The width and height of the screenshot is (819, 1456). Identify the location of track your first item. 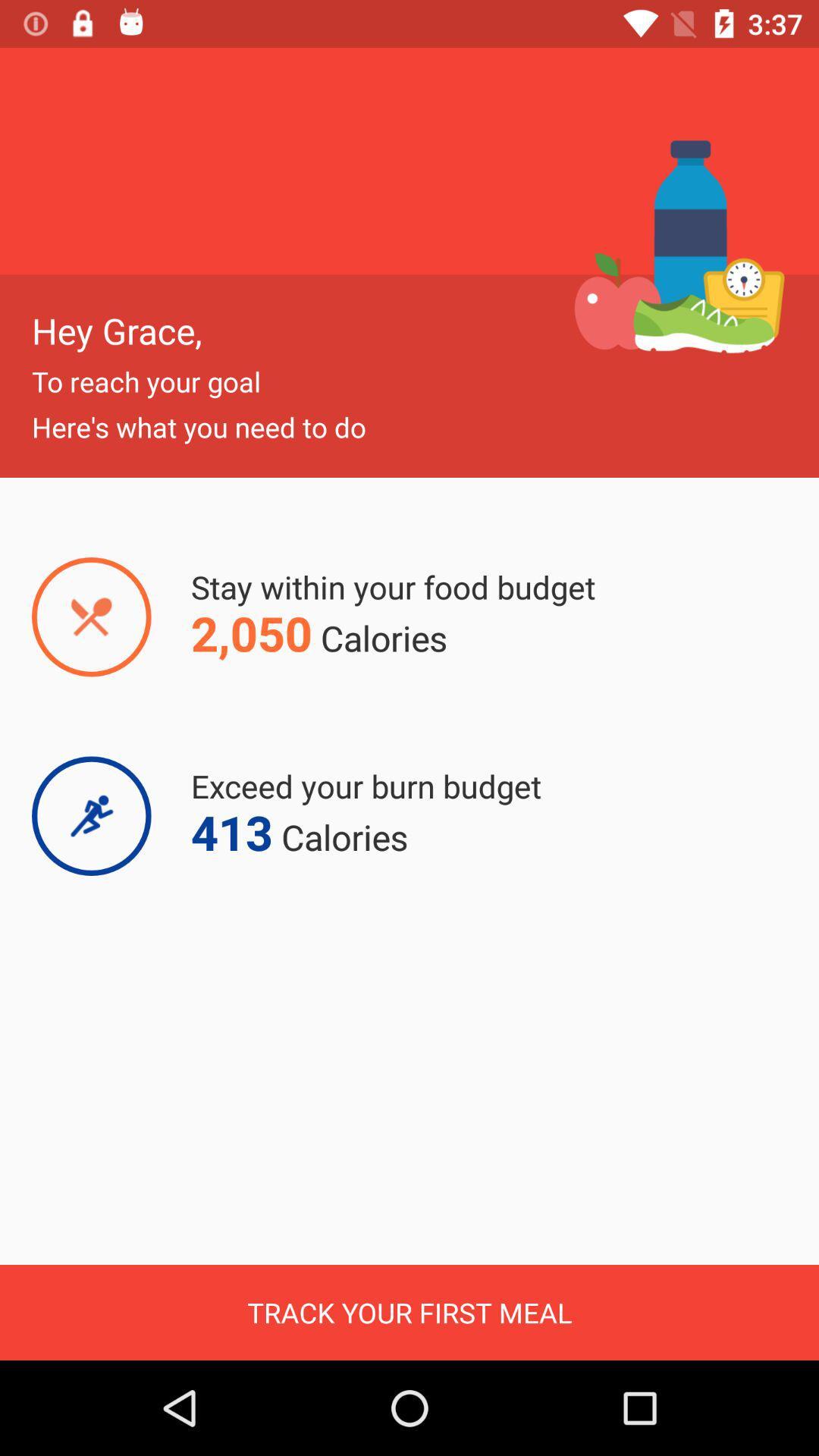
(409, 1312).